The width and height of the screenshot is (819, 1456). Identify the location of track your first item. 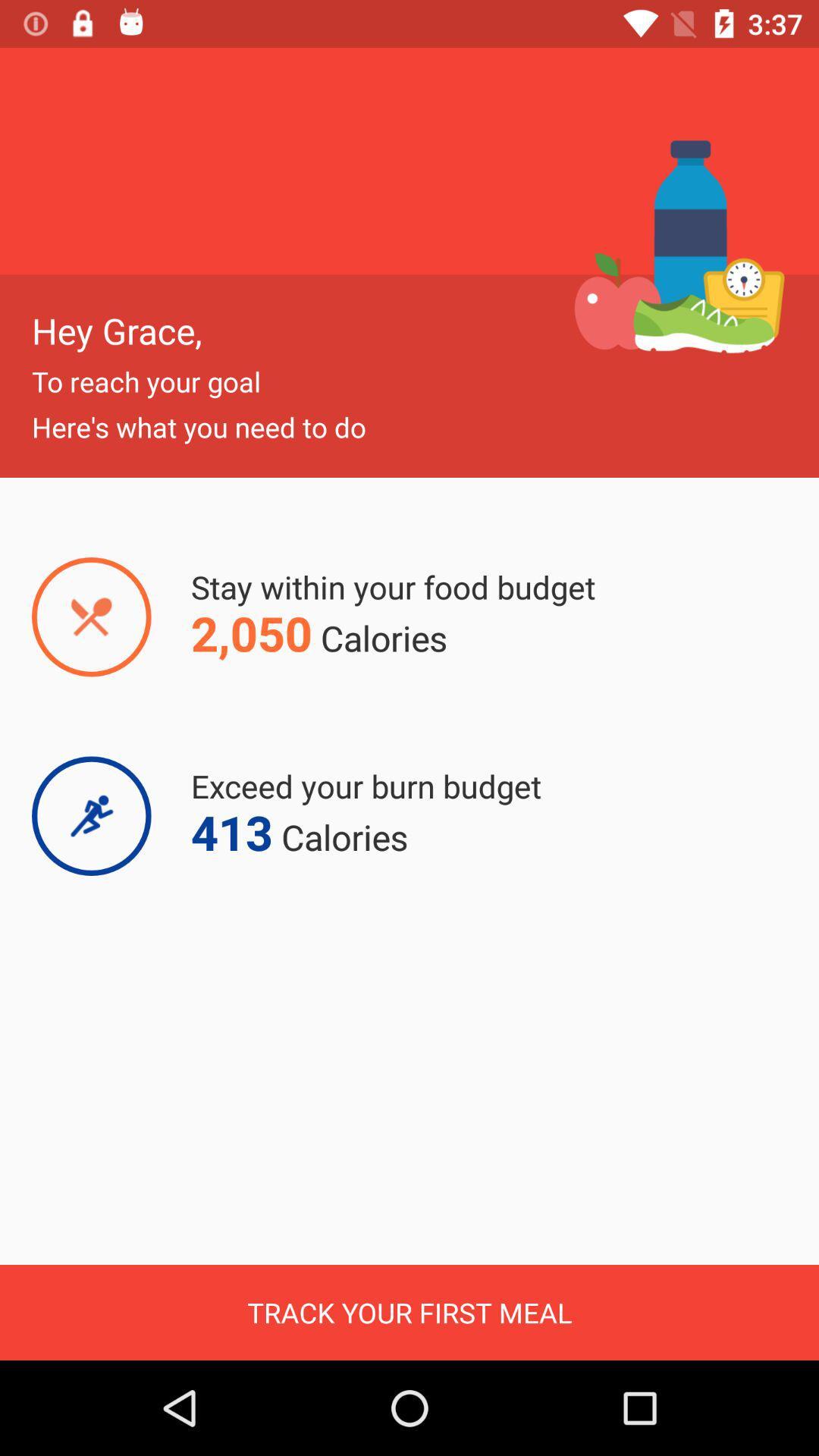
(409, 1312).